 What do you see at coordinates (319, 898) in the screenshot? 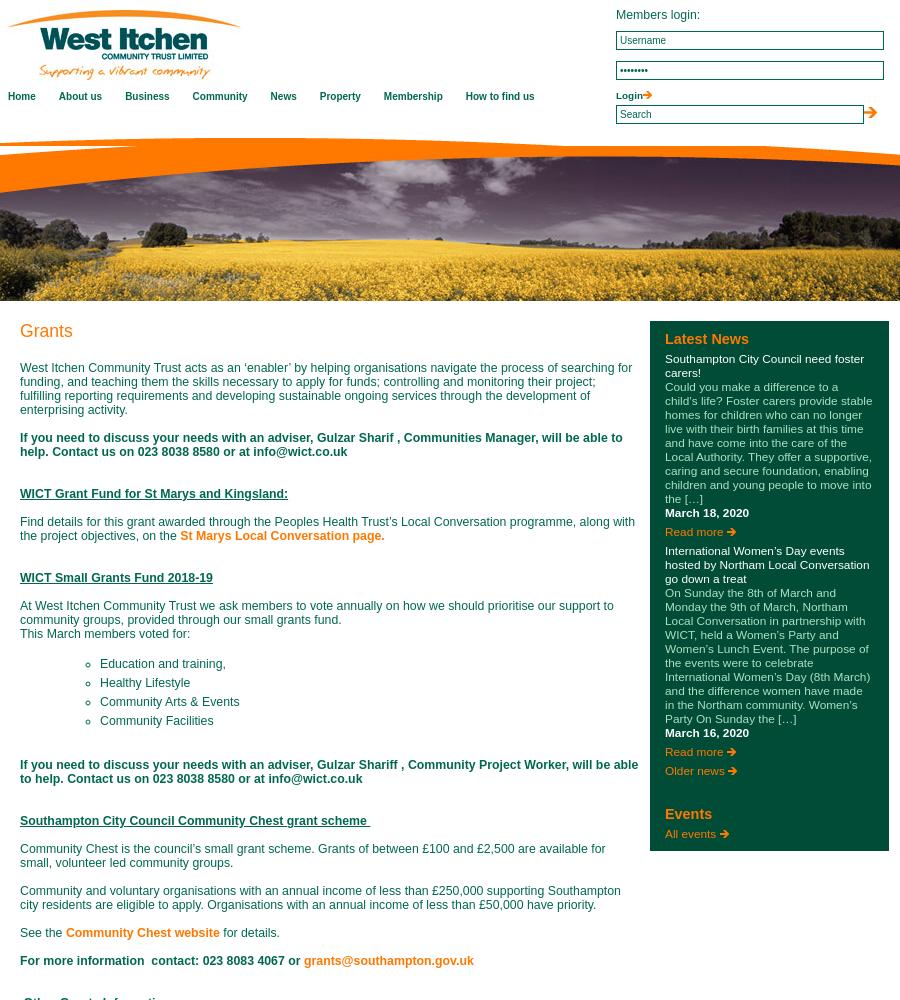
I see `'Community and voluntary organisations with an annual income of less than £250,000 supporting Southampton city residents are eligible to apply. Organisations with an annual income of less than £50,000 have priority.'` at bounding box center [319, 898].